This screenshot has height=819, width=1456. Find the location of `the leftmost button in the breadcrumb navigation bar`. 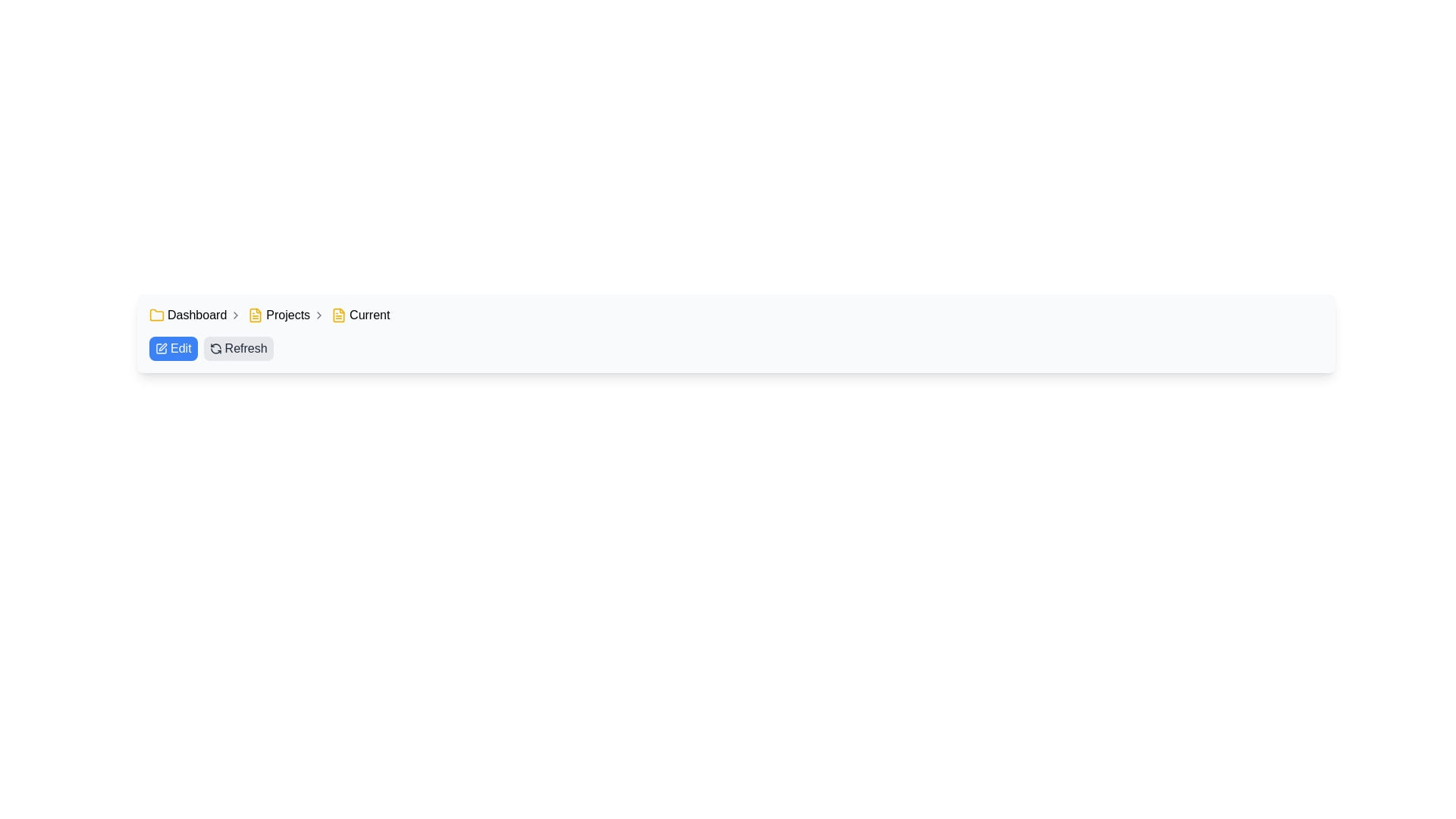

the leftmost button in the breadcrumb navigation bar is located at coordinates (173, 348).